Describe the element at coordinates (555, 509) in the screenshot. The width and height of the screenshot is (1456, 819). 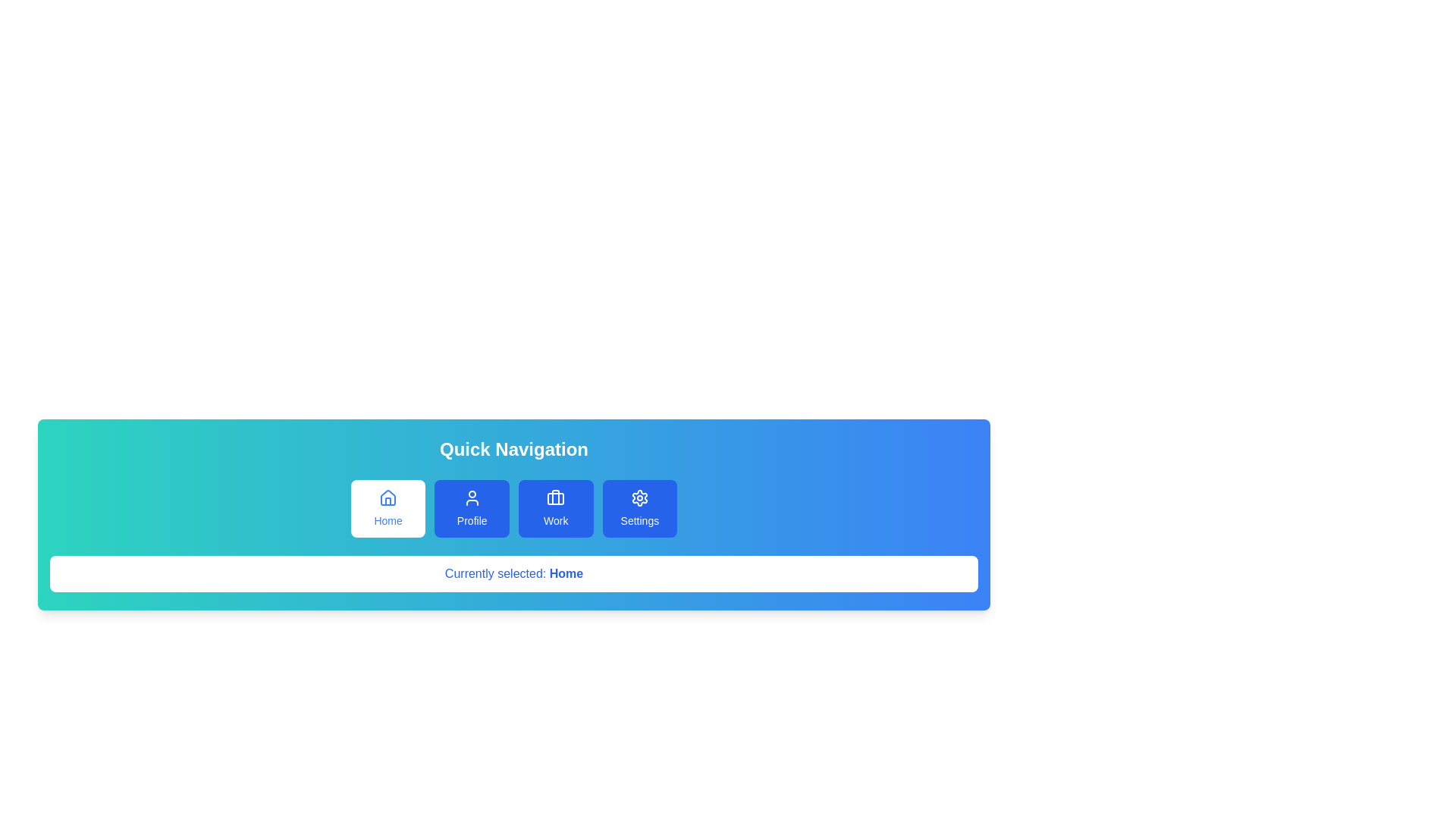
I see `the navigation tab Work` at that location.